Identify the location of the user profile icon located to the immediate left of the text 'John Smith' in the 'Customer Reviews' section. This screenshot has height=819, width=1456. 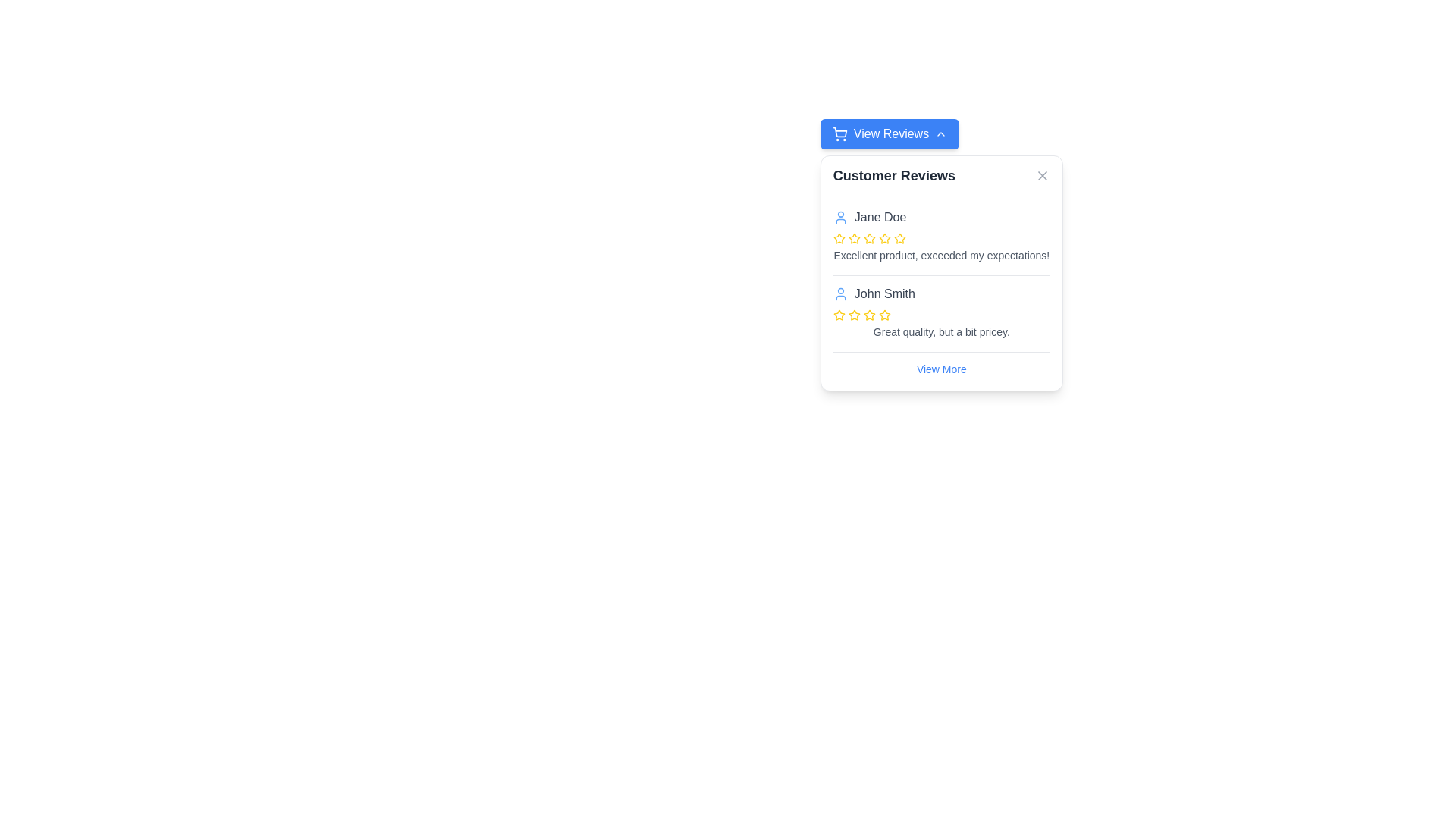
(839, 294).